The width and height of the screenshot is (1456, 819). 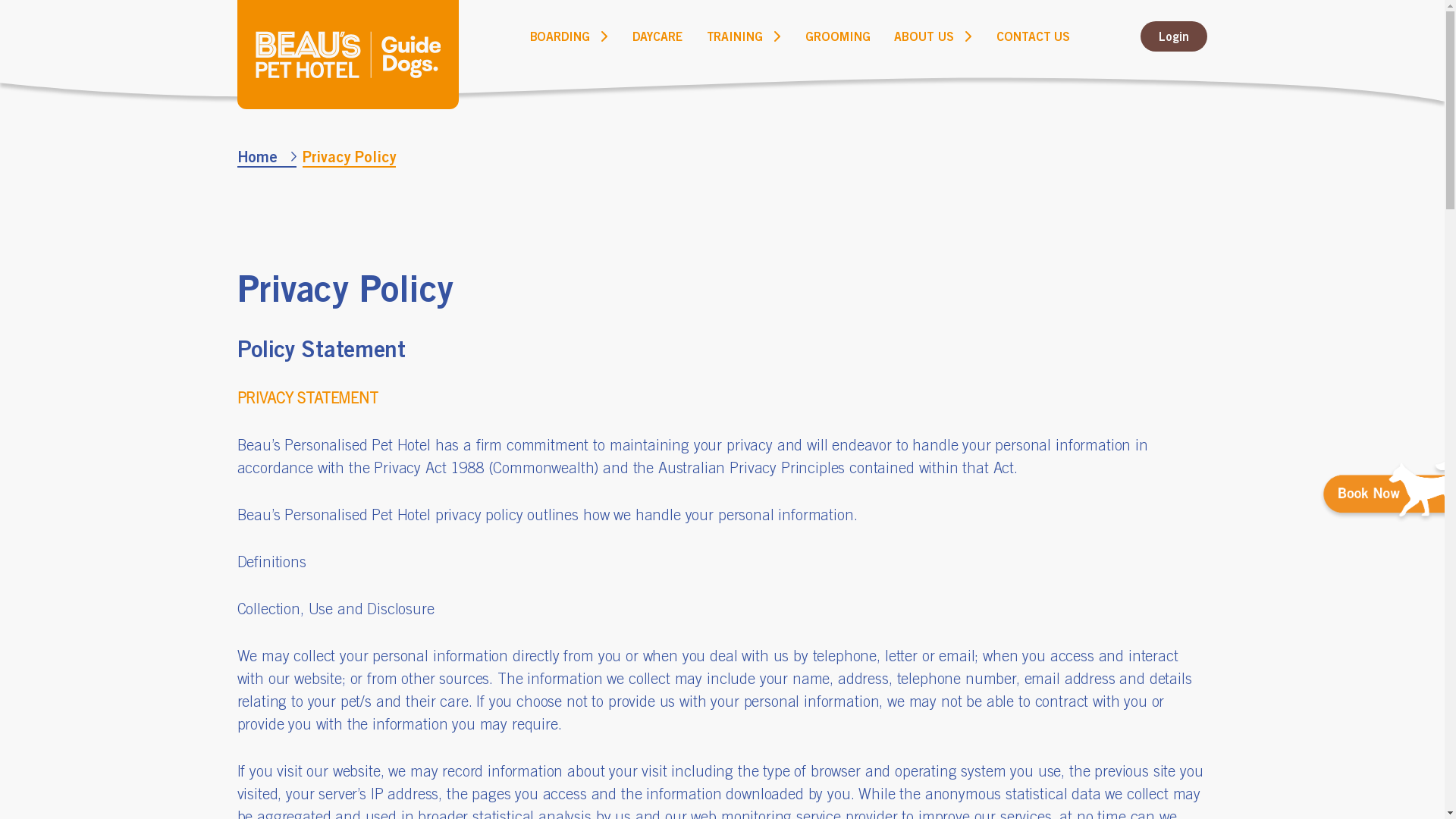 I want to click on 'CONTACT US', so click(x=1032, y=35).